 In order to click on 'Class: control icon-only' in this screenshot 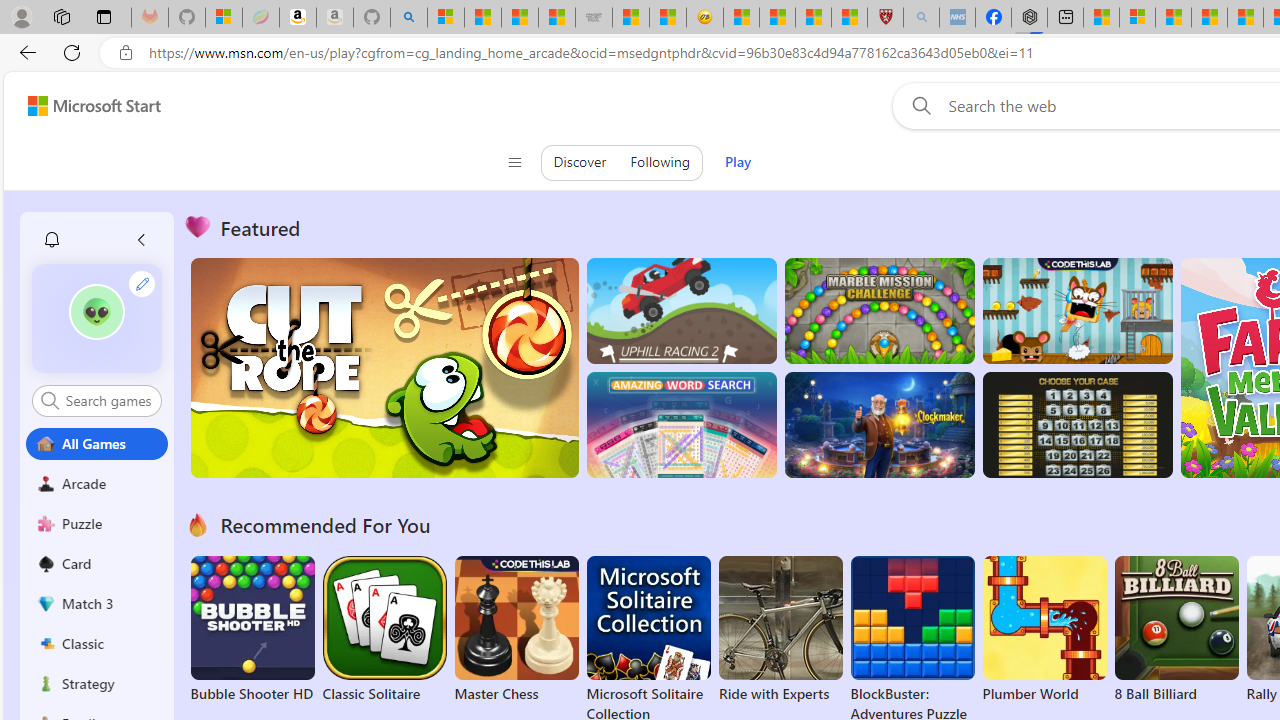, I will do `click(514, 162)`.